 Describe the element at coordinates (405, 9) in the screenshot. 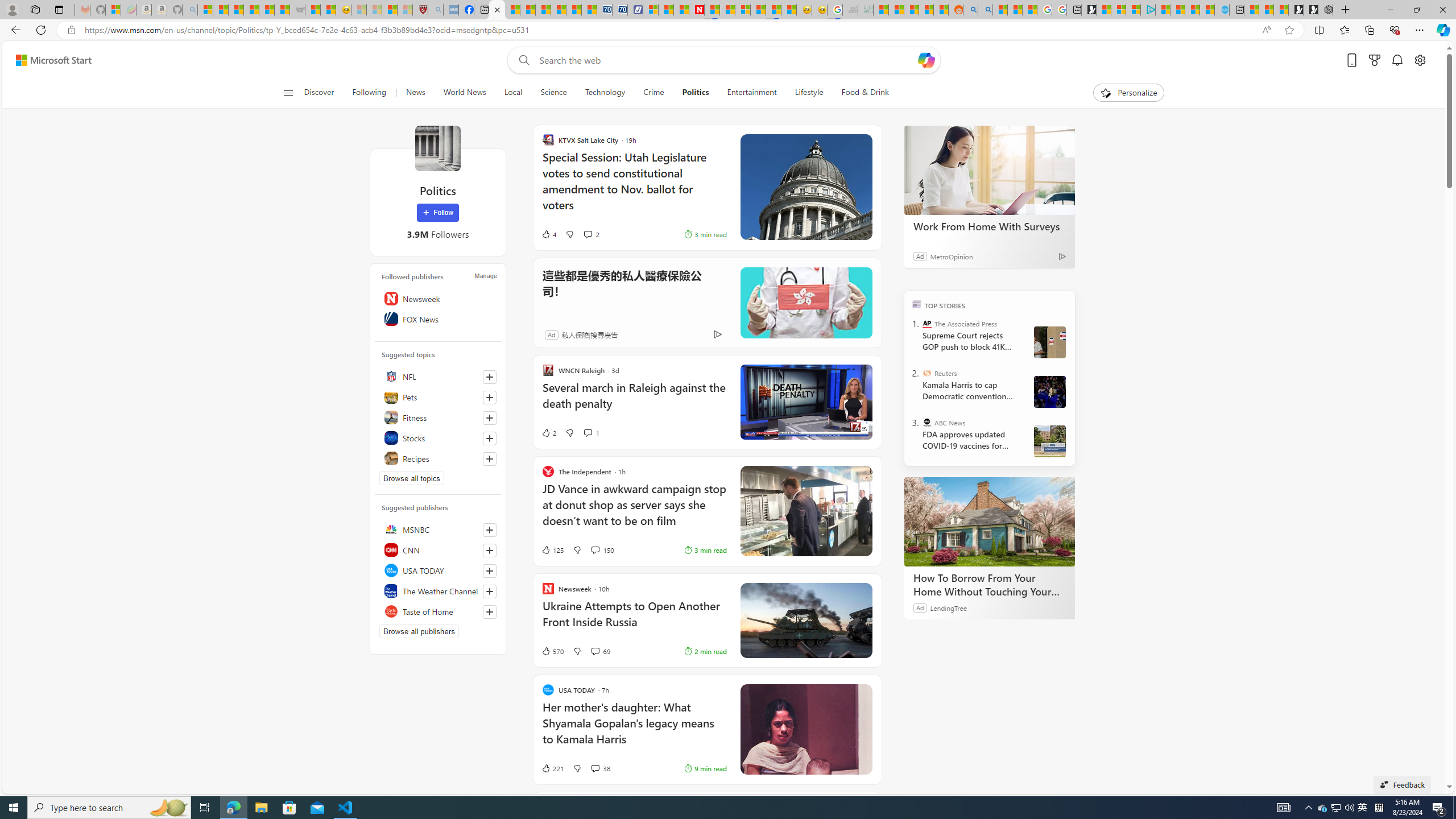

I see `'12 Popular Science Lies that Must be Corrected - Sleeping'` at that location.